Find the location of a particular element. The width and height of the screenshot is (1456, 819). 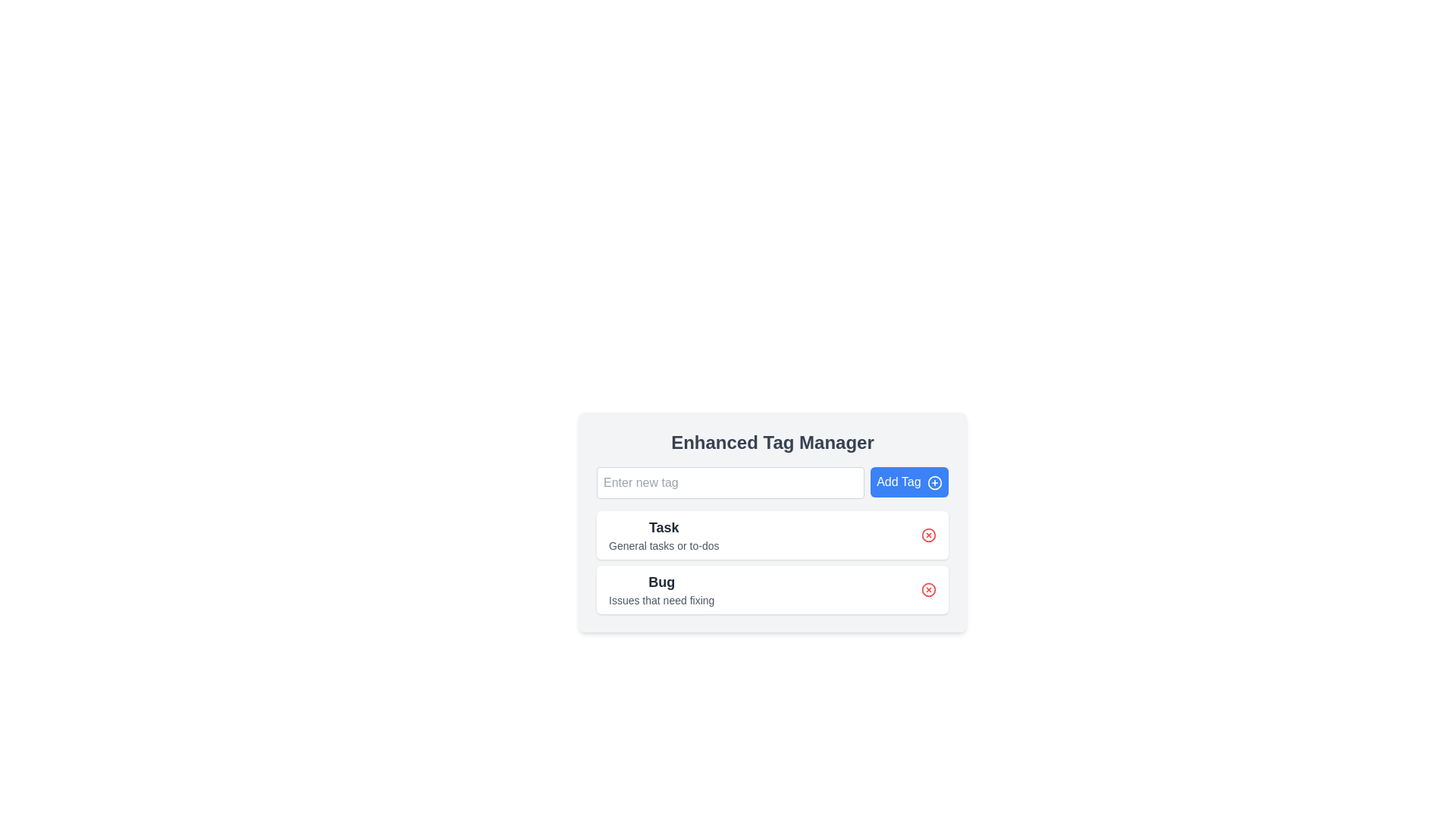

the static text label that describes general tasks or to-dos, positioned in the top section of the first card within a list of items, above the 'Bug' card is located at coordinates (664, 534).